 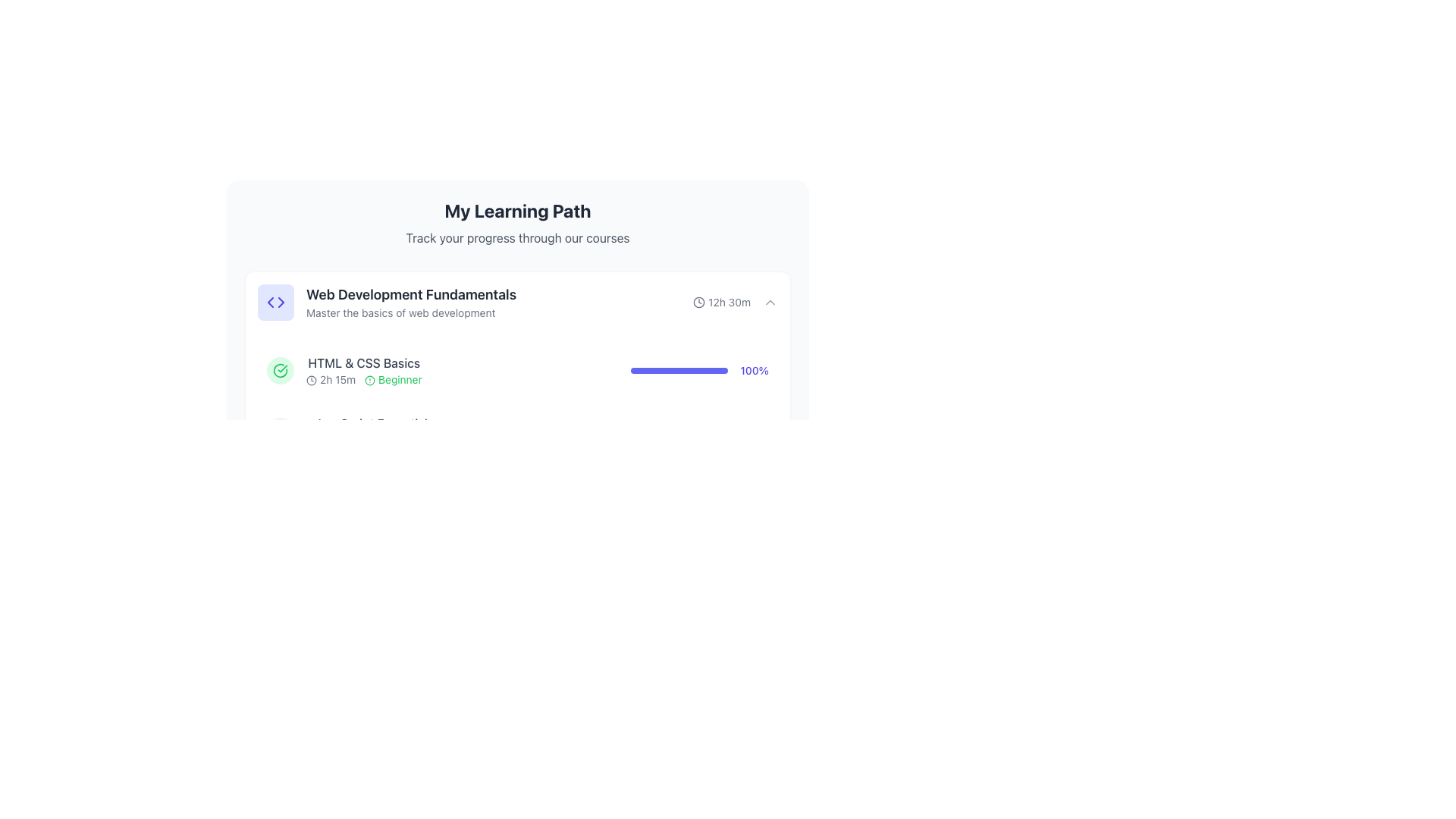 What do you see at coordinates (721, 302) in the screenshot?
I see `the text with icon displaying the duration of time for the 'Web Development Fundamentals' course, located in the top-right area of the section, aligned horizontally with the progress bar` at bounding box center [721, 302].